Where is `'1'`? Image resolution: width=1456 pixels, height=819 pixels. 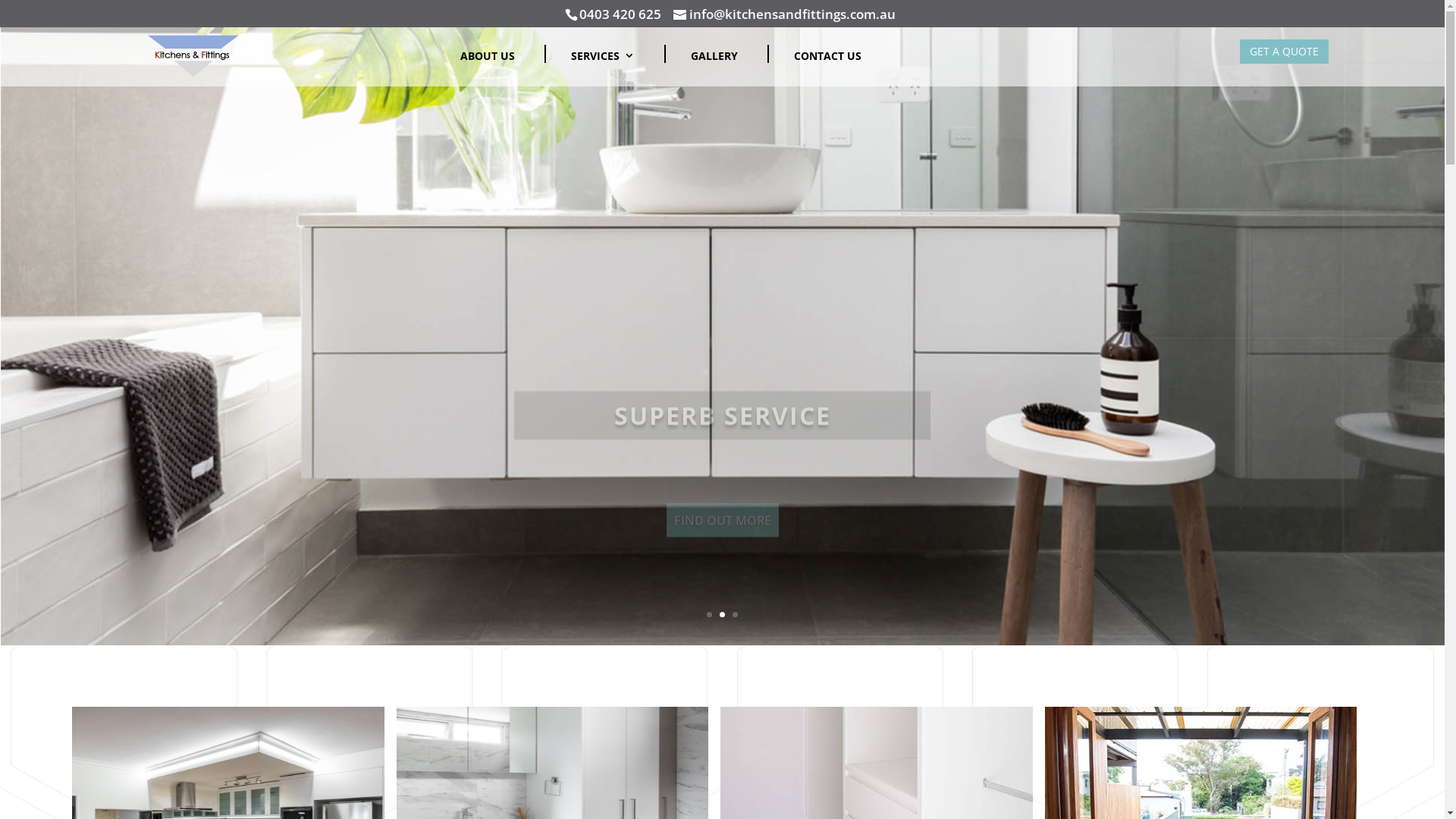 '1' is located at coordinates (708, 614).